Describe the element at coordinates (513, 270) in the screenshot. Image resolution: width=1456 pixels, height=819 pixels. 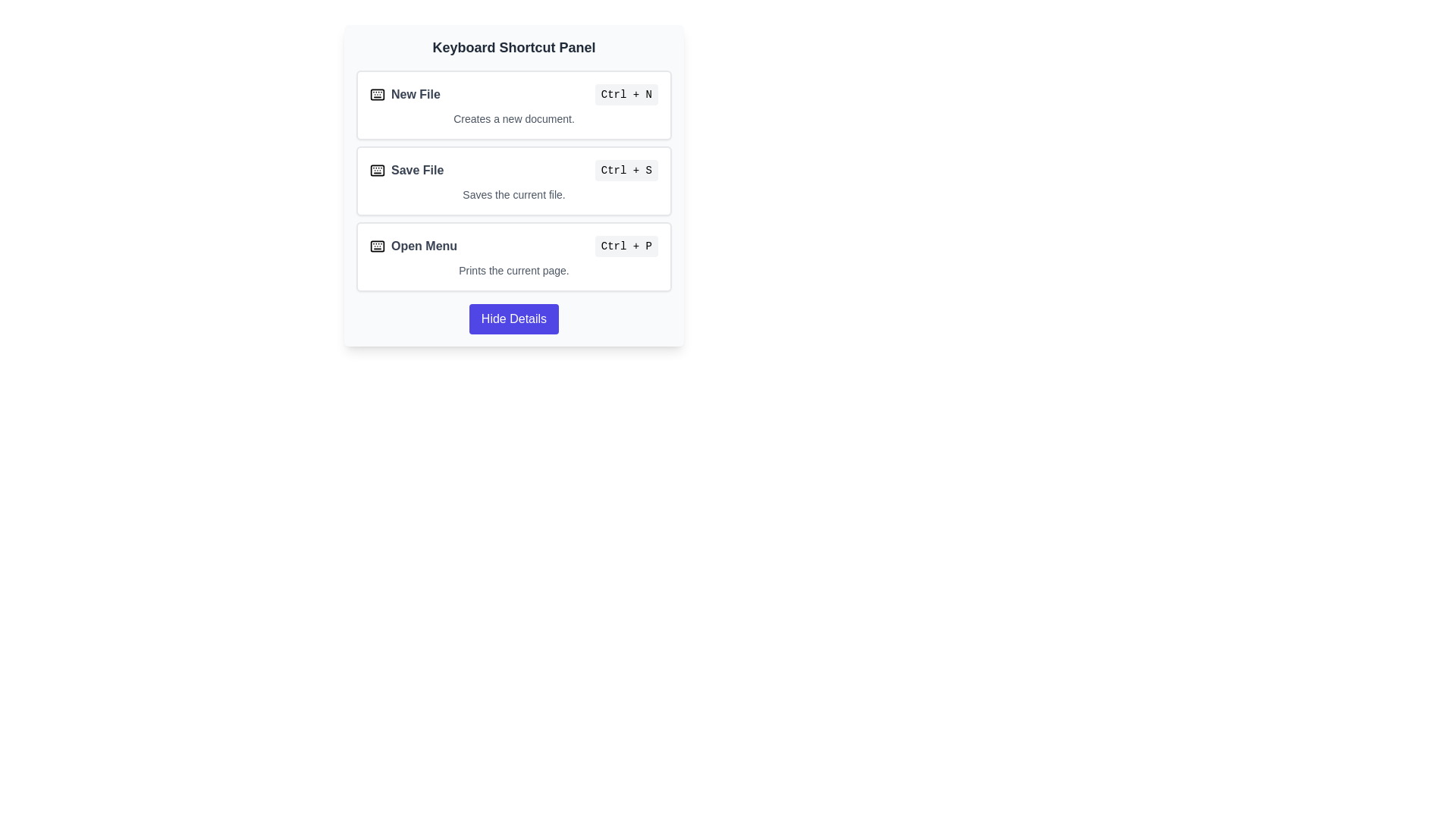
I see `descriptive caption text label that says 'Prints the current page.' located below the 'Open Menu Ctrl + P' box` at that location.